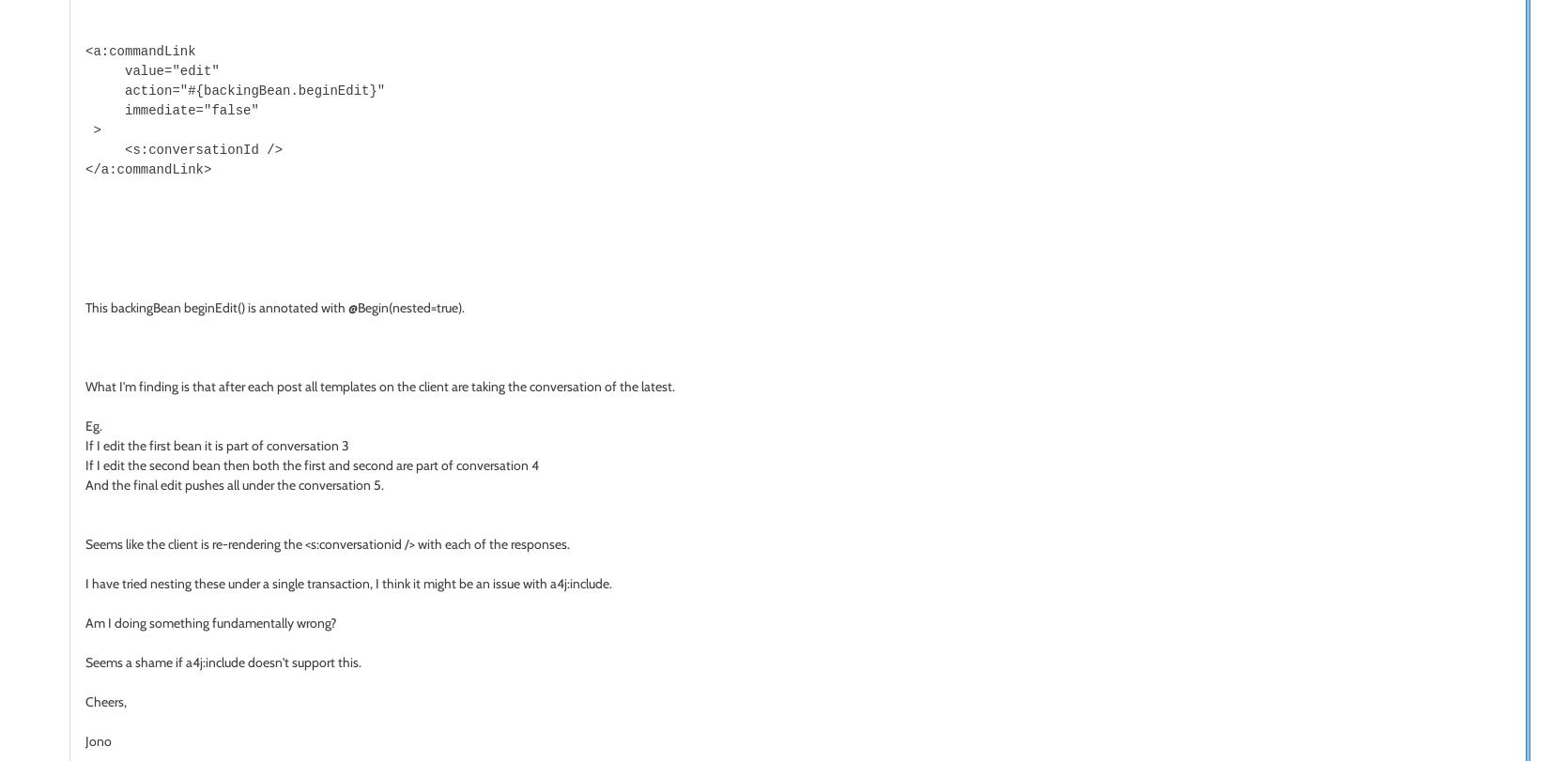  What do you see at coordinates (85, 620) in the screenshot?
I see `'Am I doing something fundamentally wrong?'` at bounding box center [85, 620].